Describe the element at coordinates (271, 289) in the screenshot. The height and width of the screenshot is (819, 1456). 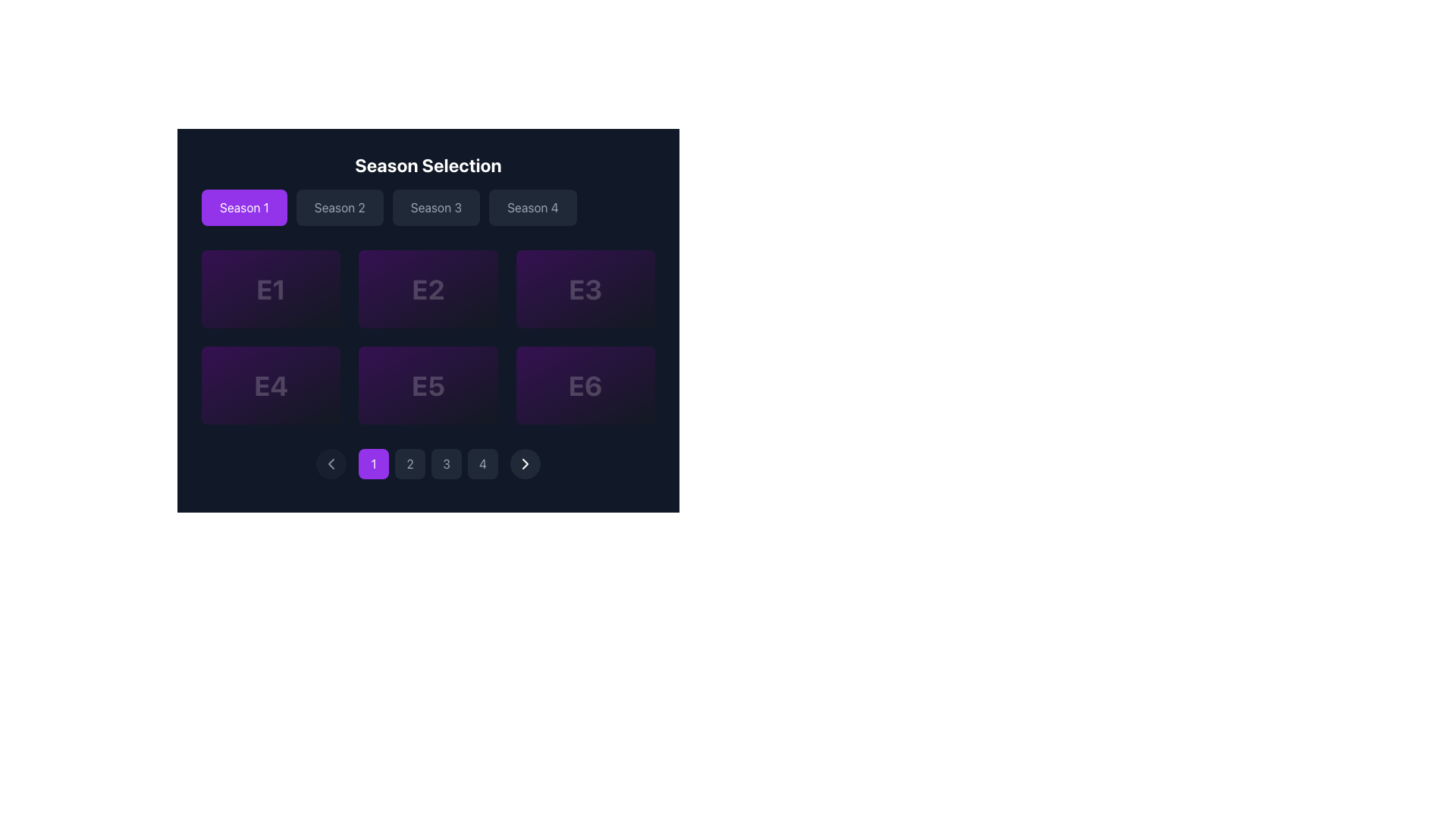
I see `the text component displaying 'E1' within a dark purple rectangular area` at that location.